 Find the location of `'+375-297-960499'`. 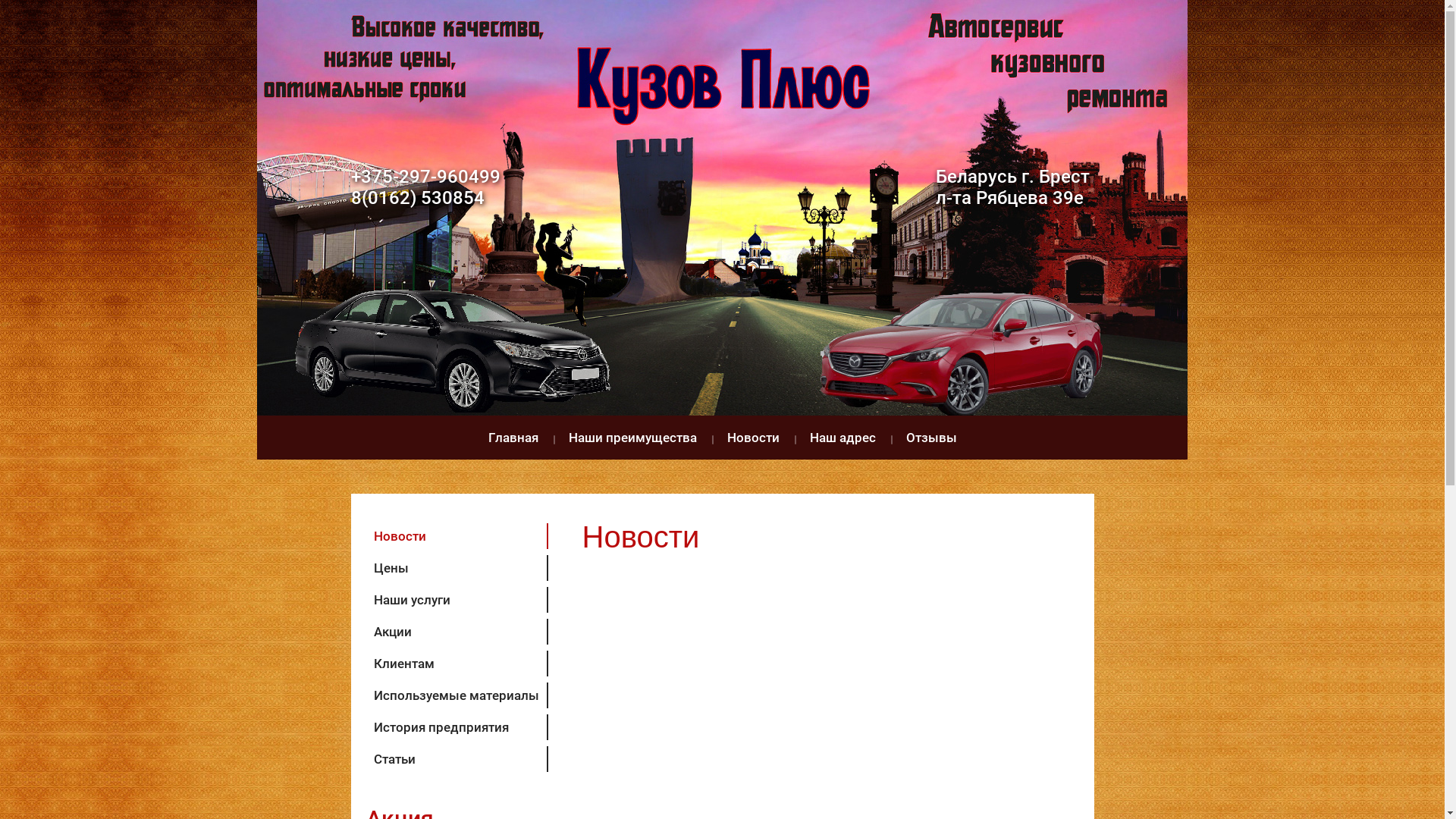

'+375-297-960499' is located at coordinates (425, 175).